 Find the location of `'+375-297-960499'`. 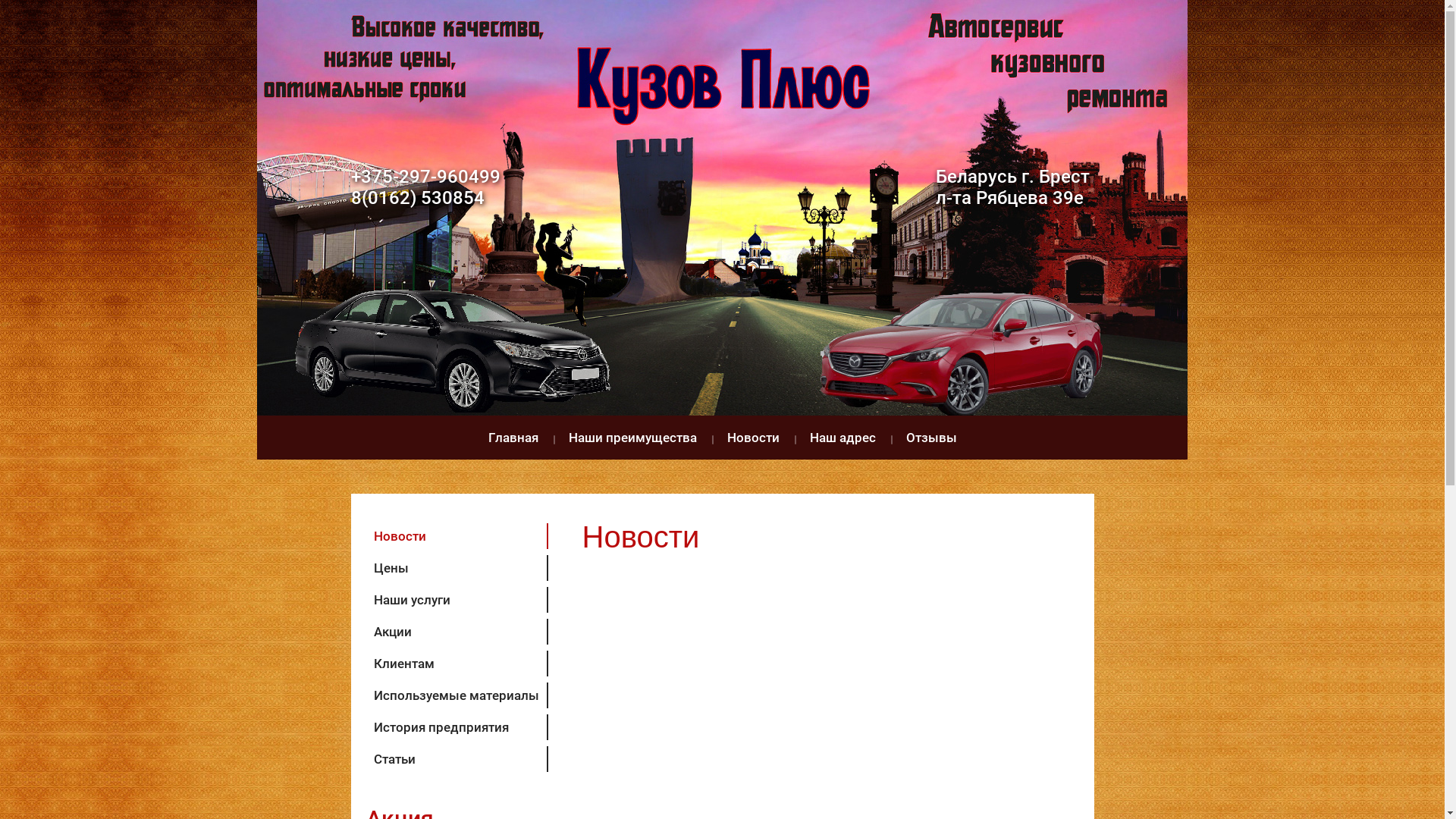

'+375-297-960499' is located at coordinates (425, 175).